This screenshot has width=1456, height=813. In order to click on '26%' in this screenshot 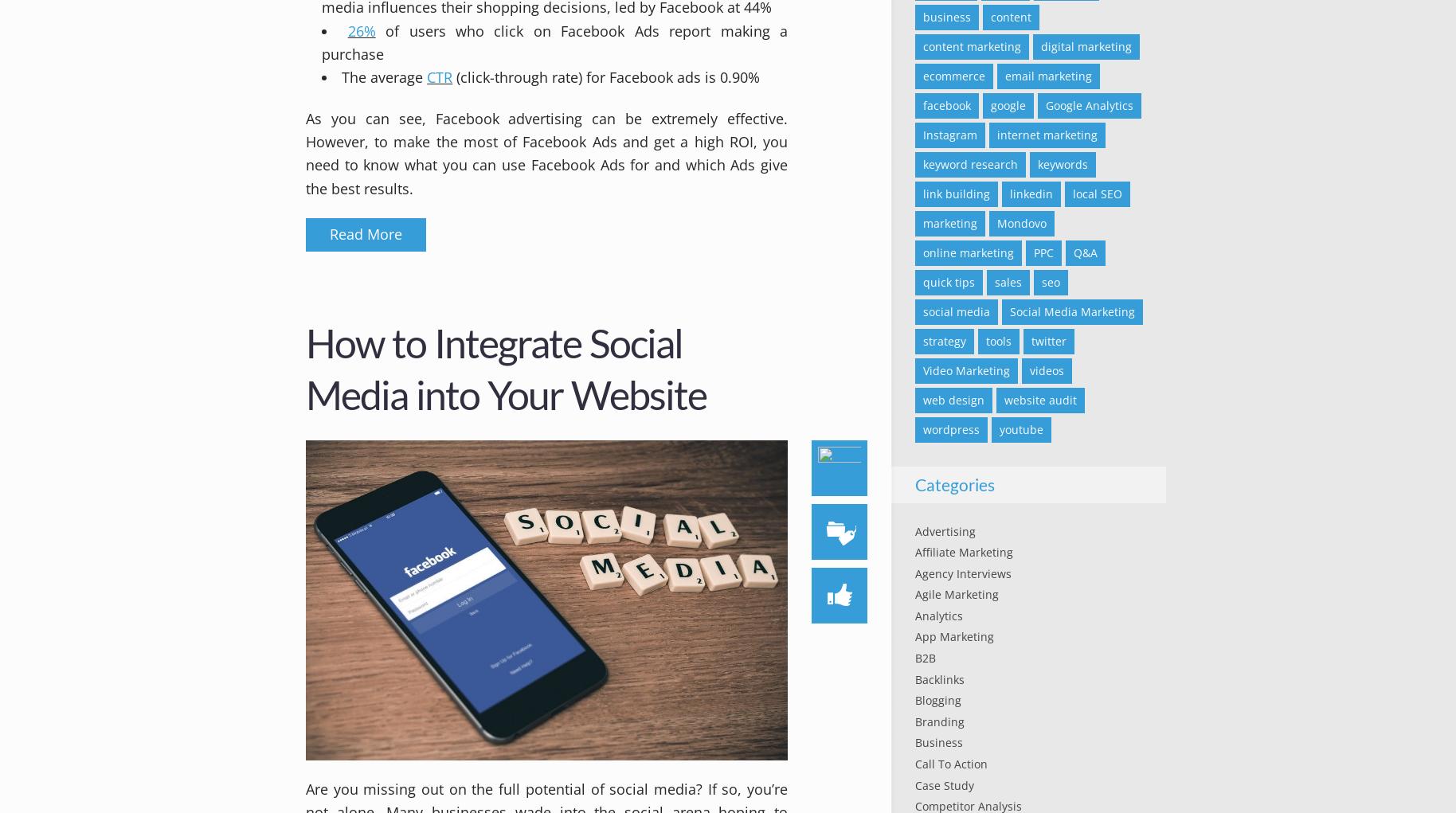, I will do `click(361, 29)`.